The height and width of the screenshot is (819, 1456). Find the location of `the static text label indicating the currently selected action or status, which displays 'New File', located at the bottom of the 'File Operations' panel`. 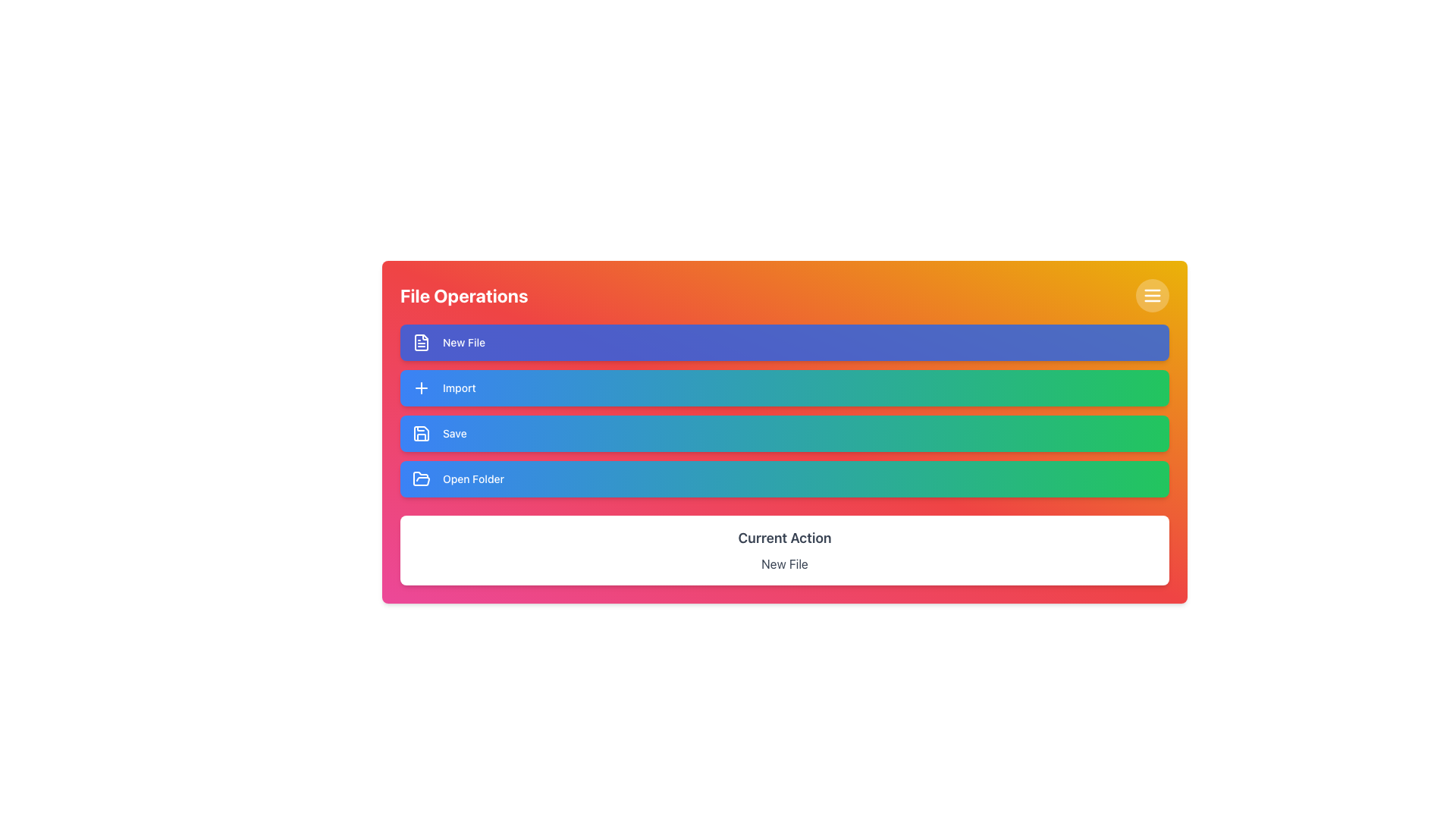

the static text label indicating the currently selected action or status, which displays 'New File', located at the bottom of the 'File Operations' panel is located at coordinates (785, 564).